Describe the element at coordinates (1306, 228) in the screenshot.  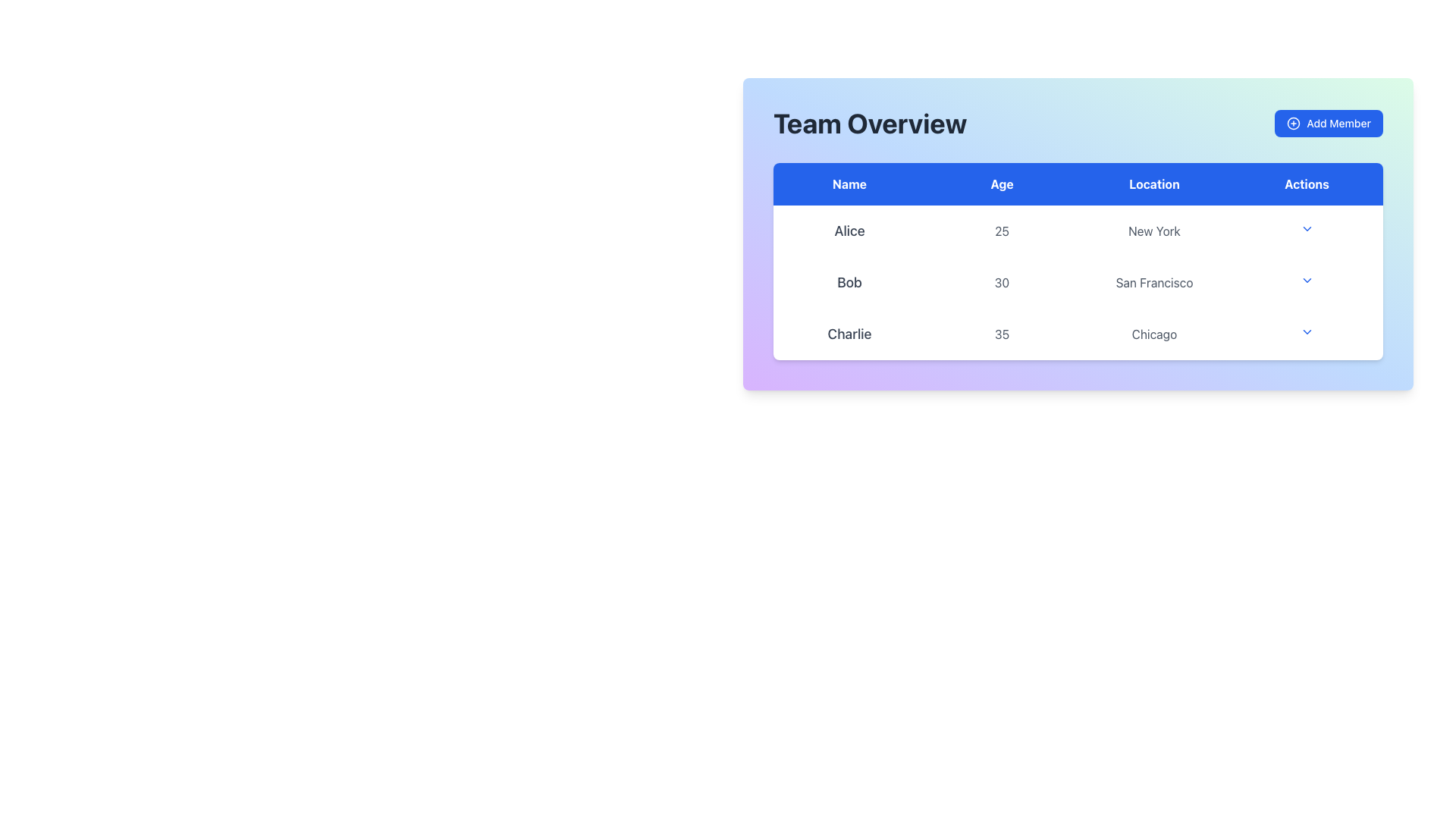
I see `the button in the 'Actions' column of the table for the 'New York' row` at that location.